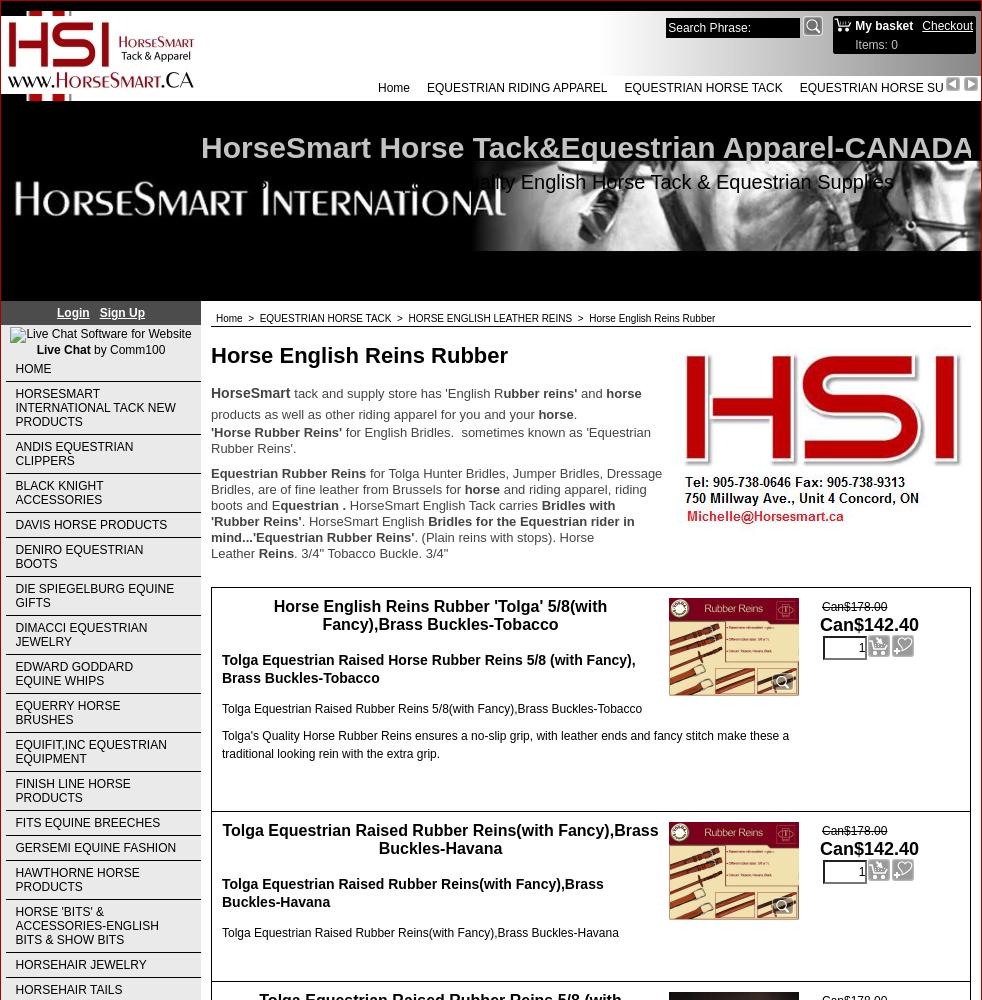 This screenshot has height=1000, width=982. I want to click on 'tack and supply store has', so click(367, 392).